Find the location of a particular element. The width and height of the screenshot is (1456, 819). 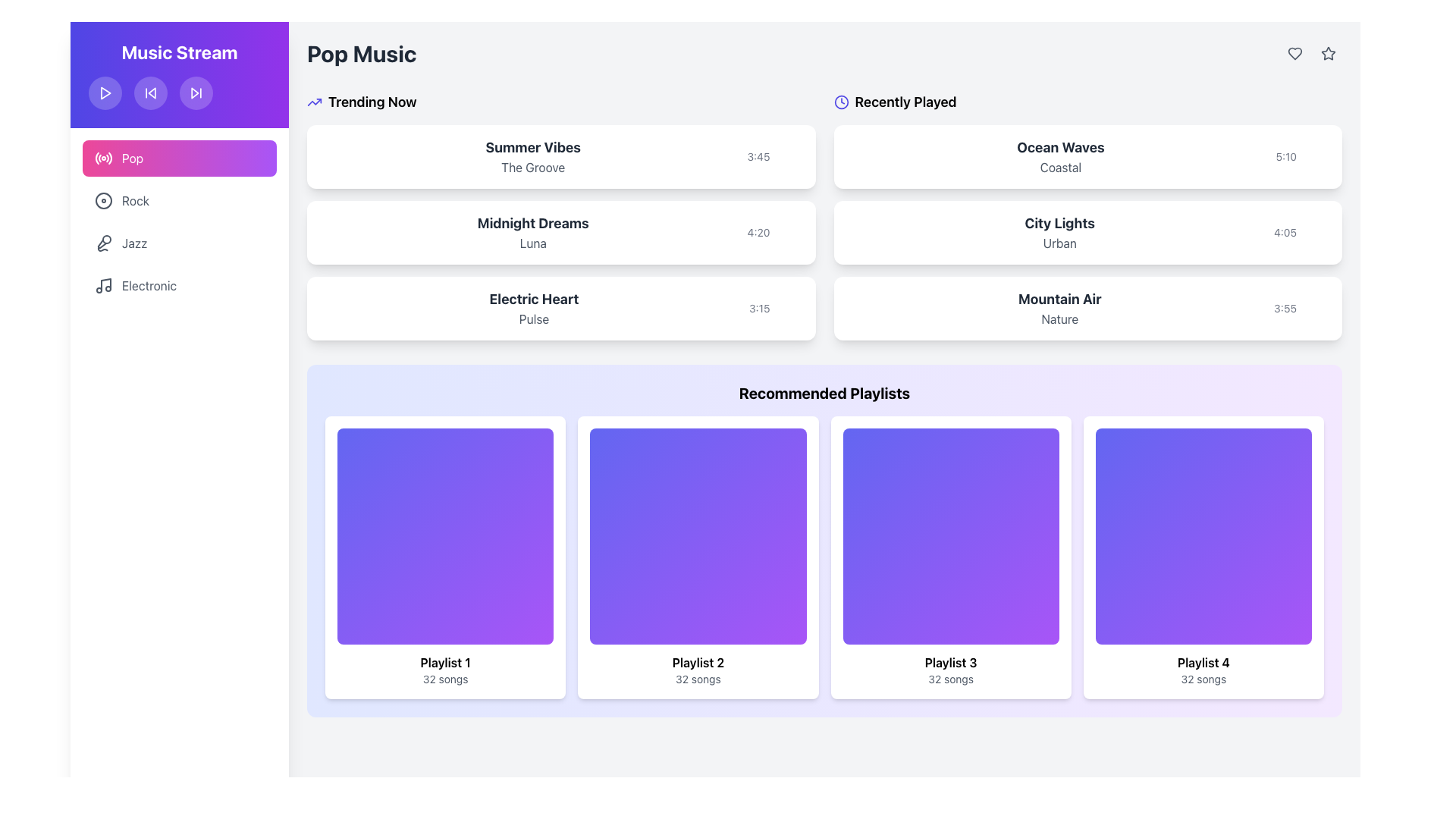

secondary text associated with the music item 'Midnight Dreams' located in the 'Trending Now' section, positioned directly below the main item is located at coordinates (533, 242).